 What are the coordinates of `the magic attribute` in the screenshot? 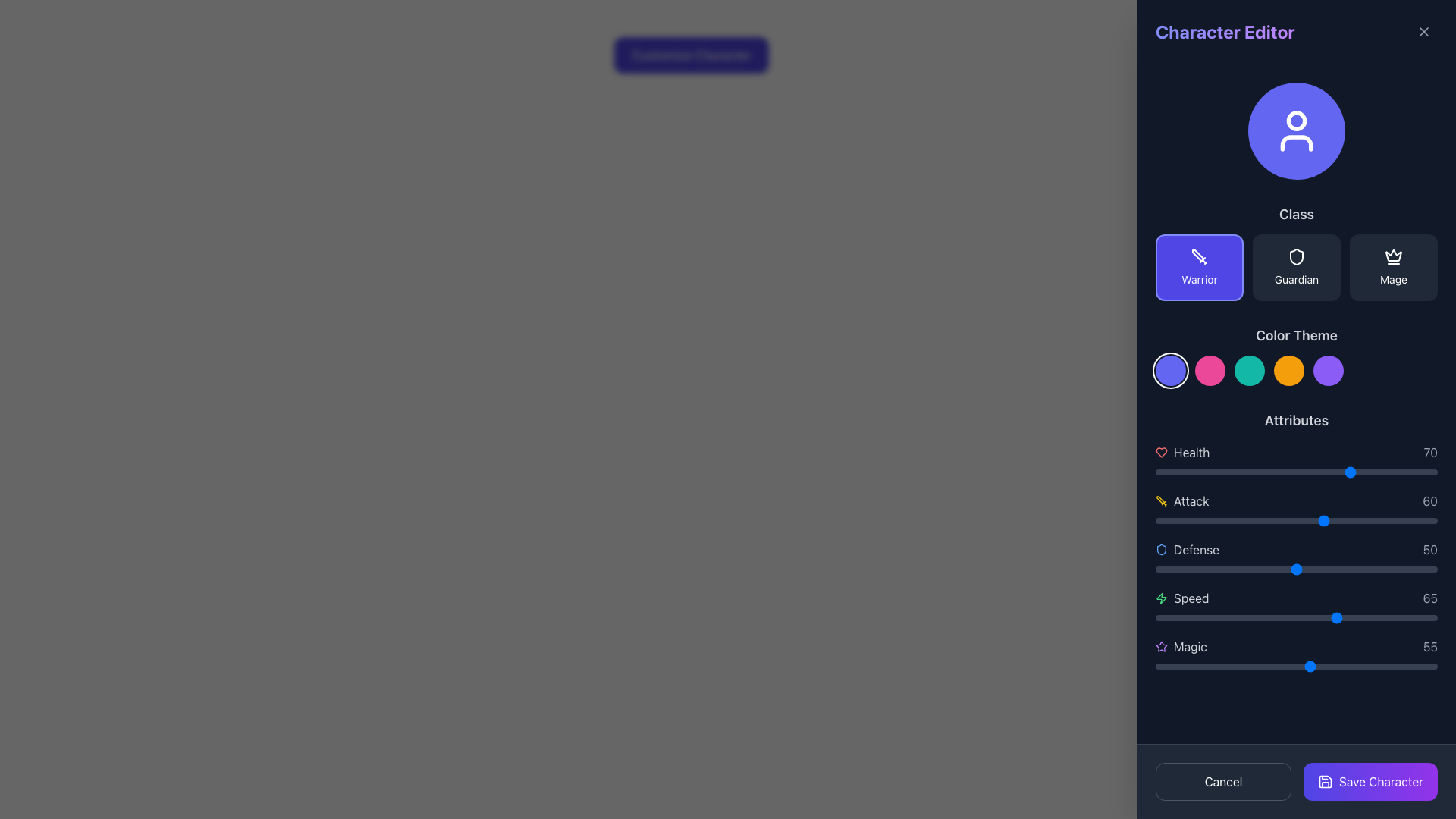 It's located at (1381, 666).